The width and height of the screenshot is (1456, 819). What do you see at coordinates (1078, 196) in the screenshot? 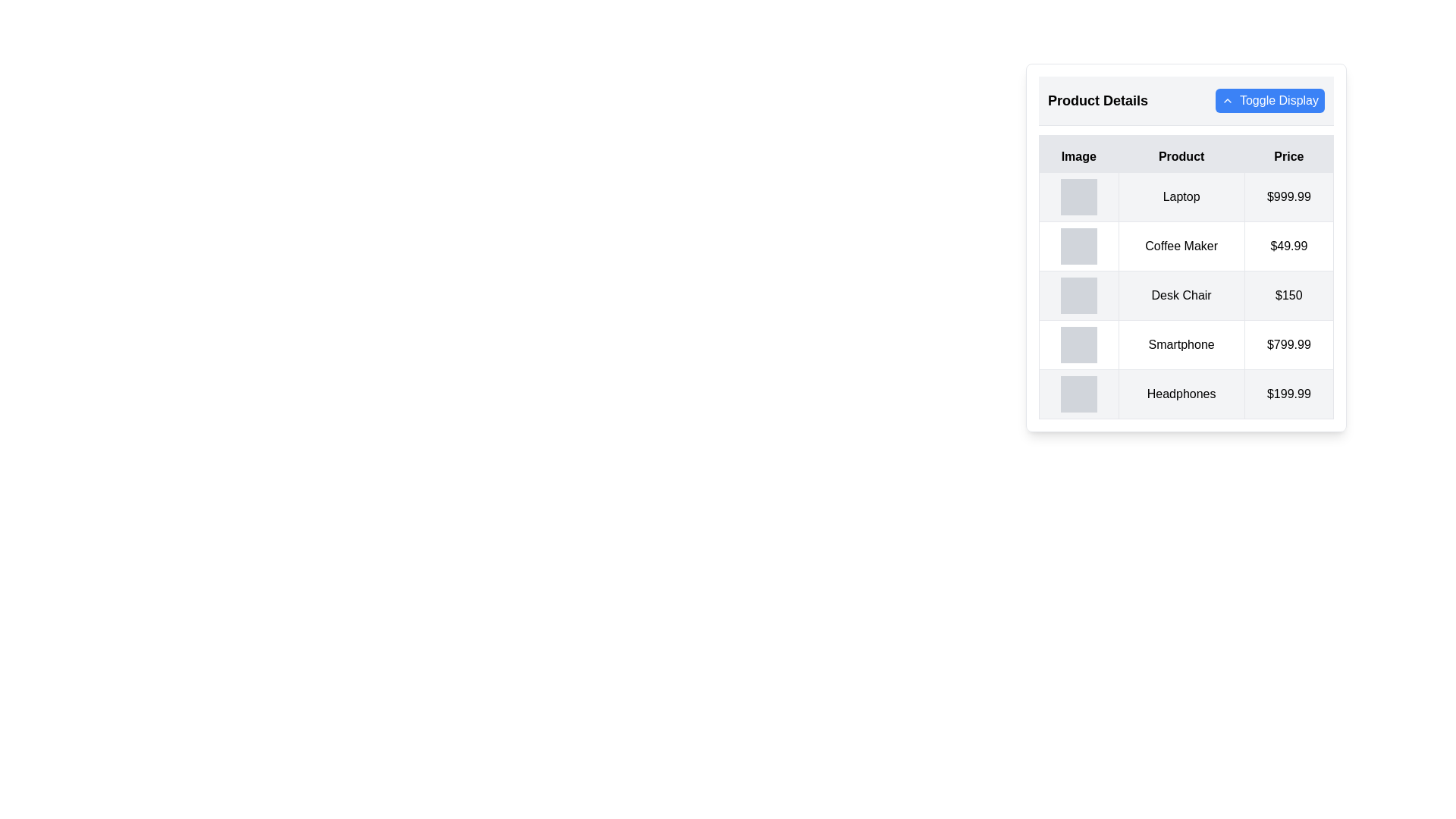
I see `the image content of the Image Placeholder located in the 'Product Details' panel, which is the first item in the 'Image' column next to the text 'Laptop'` at bounding box center [1078, 196].